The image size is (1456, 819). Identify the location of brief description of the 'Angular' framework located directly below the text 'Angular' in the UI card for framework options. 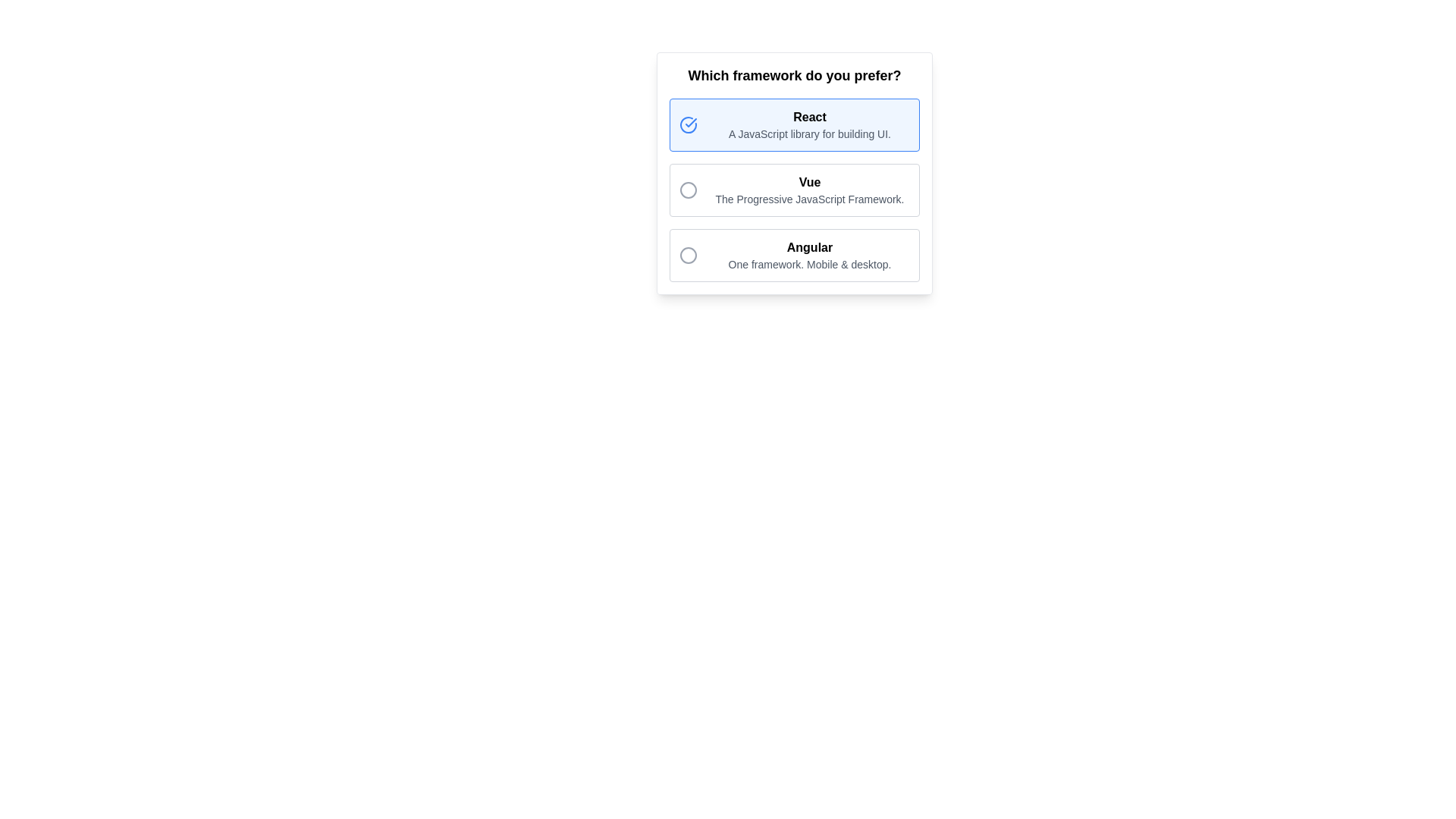
(809, 263).